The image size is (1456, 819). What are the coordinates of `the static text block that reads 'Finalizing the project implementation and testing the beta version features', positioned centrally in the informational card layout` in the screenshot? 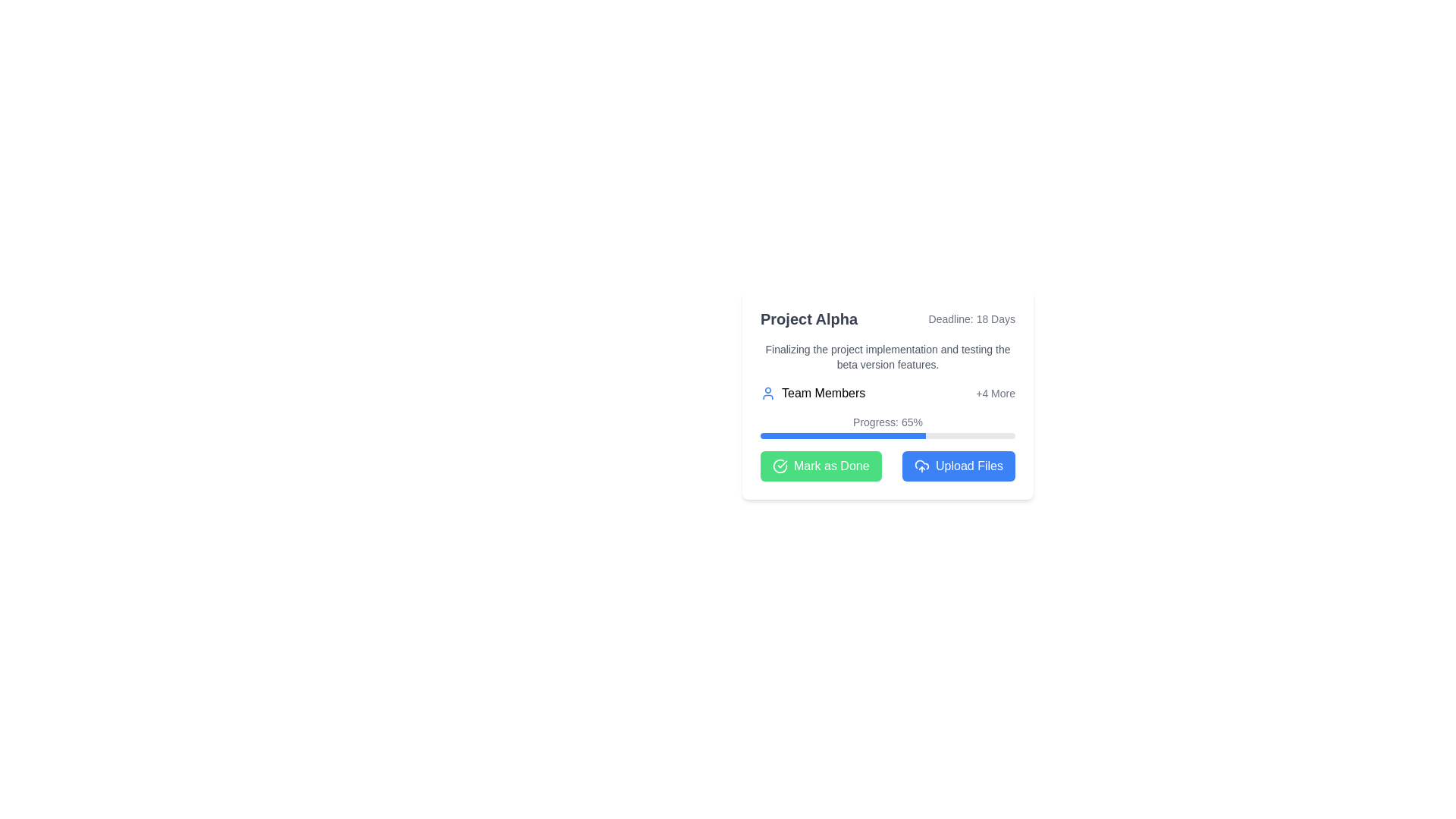 It's located at (888, 356).